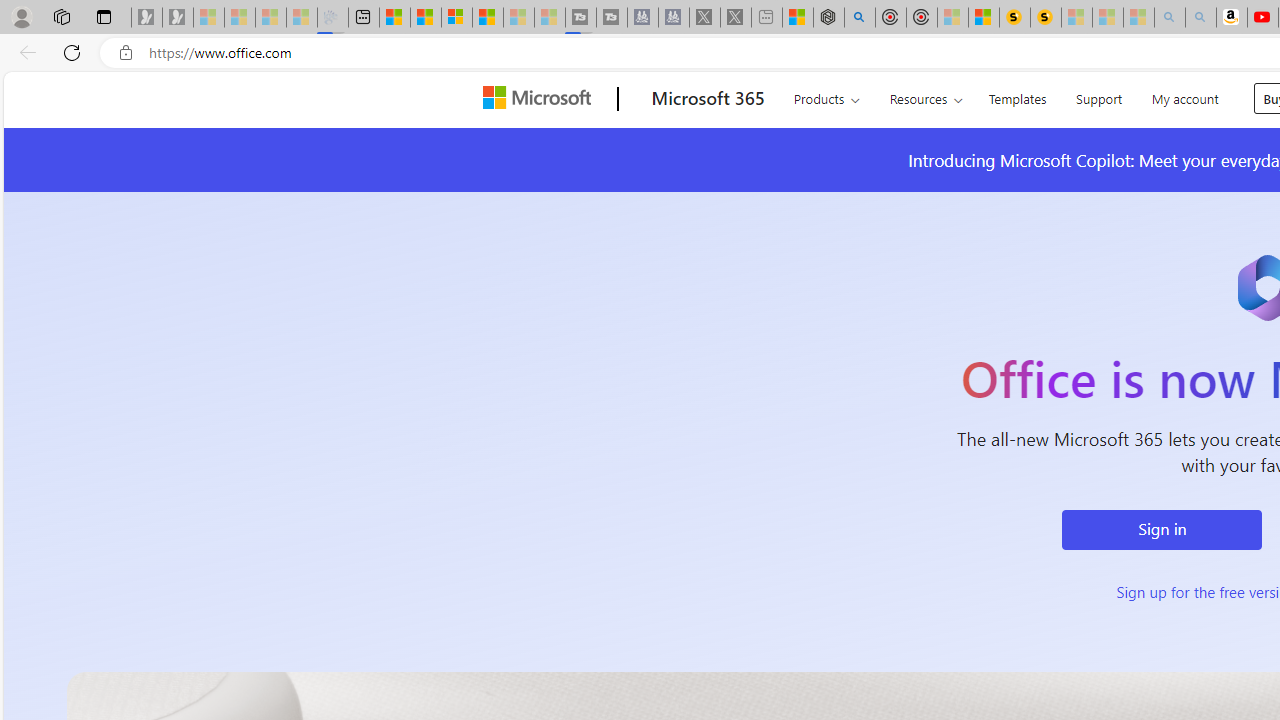  Describe the element at coordinates (707, 99) in the screenshot. I see `'Microsoft 365'` at that location.